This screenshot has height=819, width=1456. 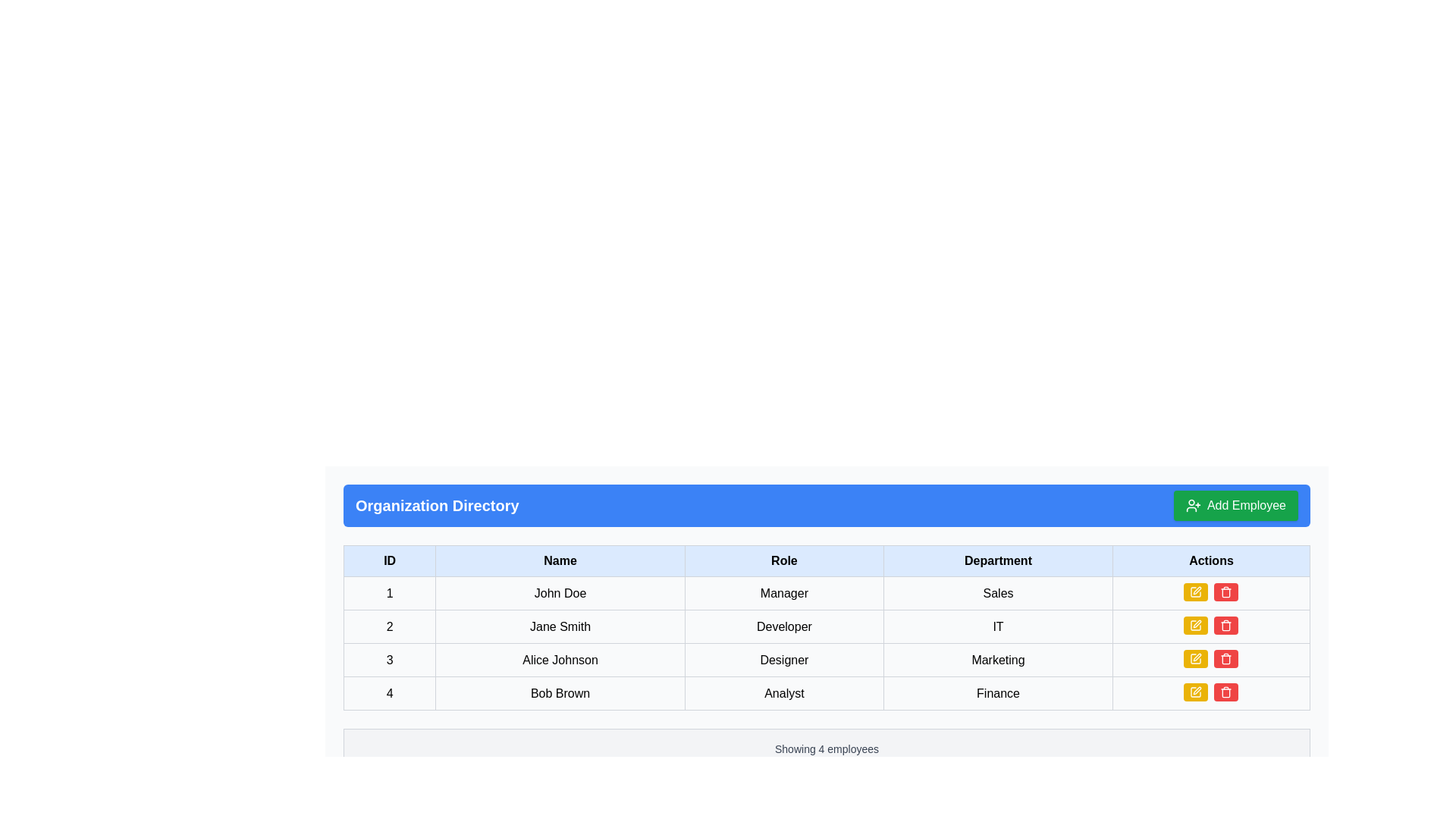 I want to click on the Label element displaying 'Alice Johnson', which is located in the third row of the table under the 'Name' column, so click(x=560, y=659).